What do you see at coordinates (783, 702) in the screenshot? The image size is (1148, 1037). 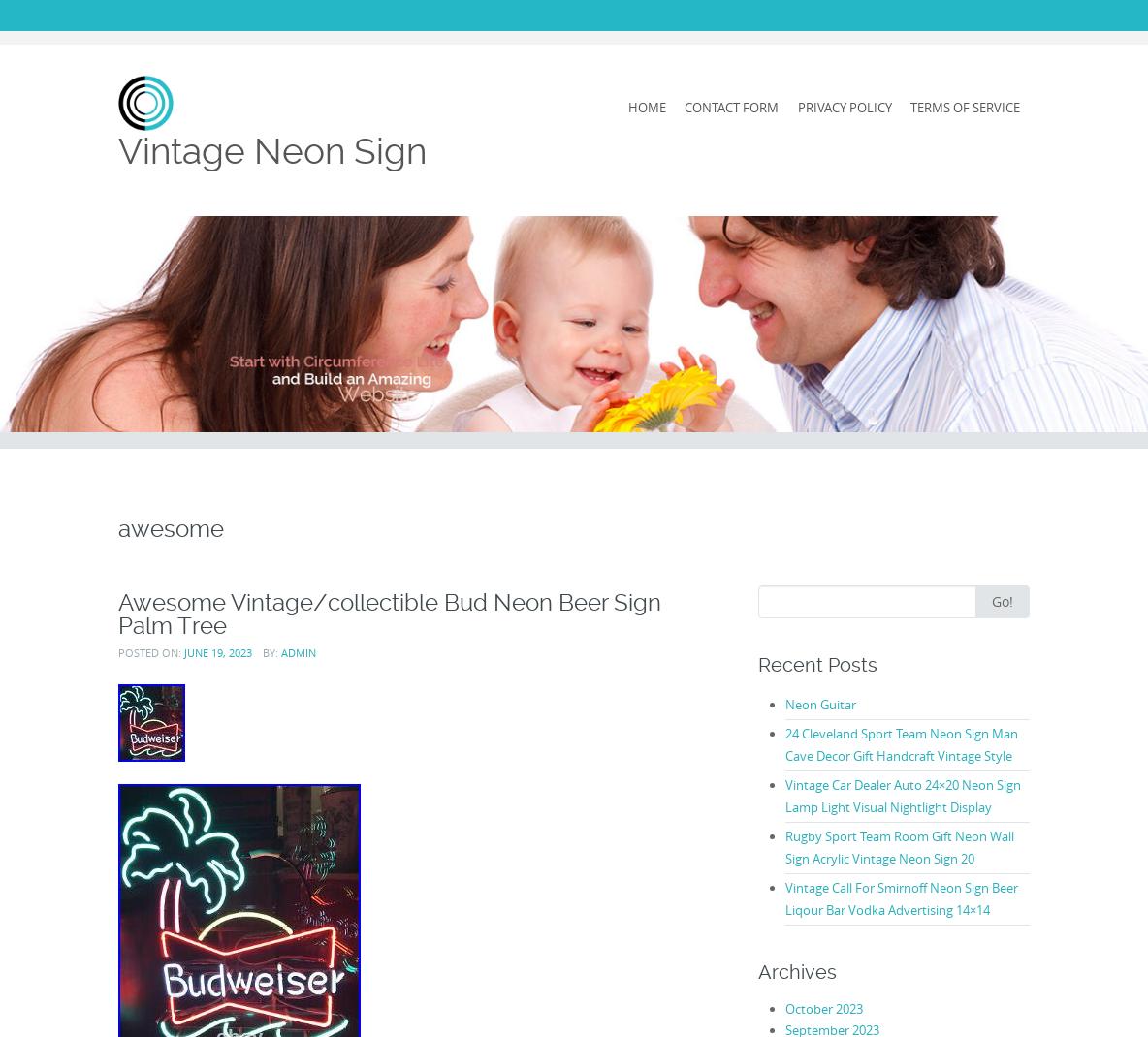 I see `'Neon Guitar'` at bounding box center [783, 702].